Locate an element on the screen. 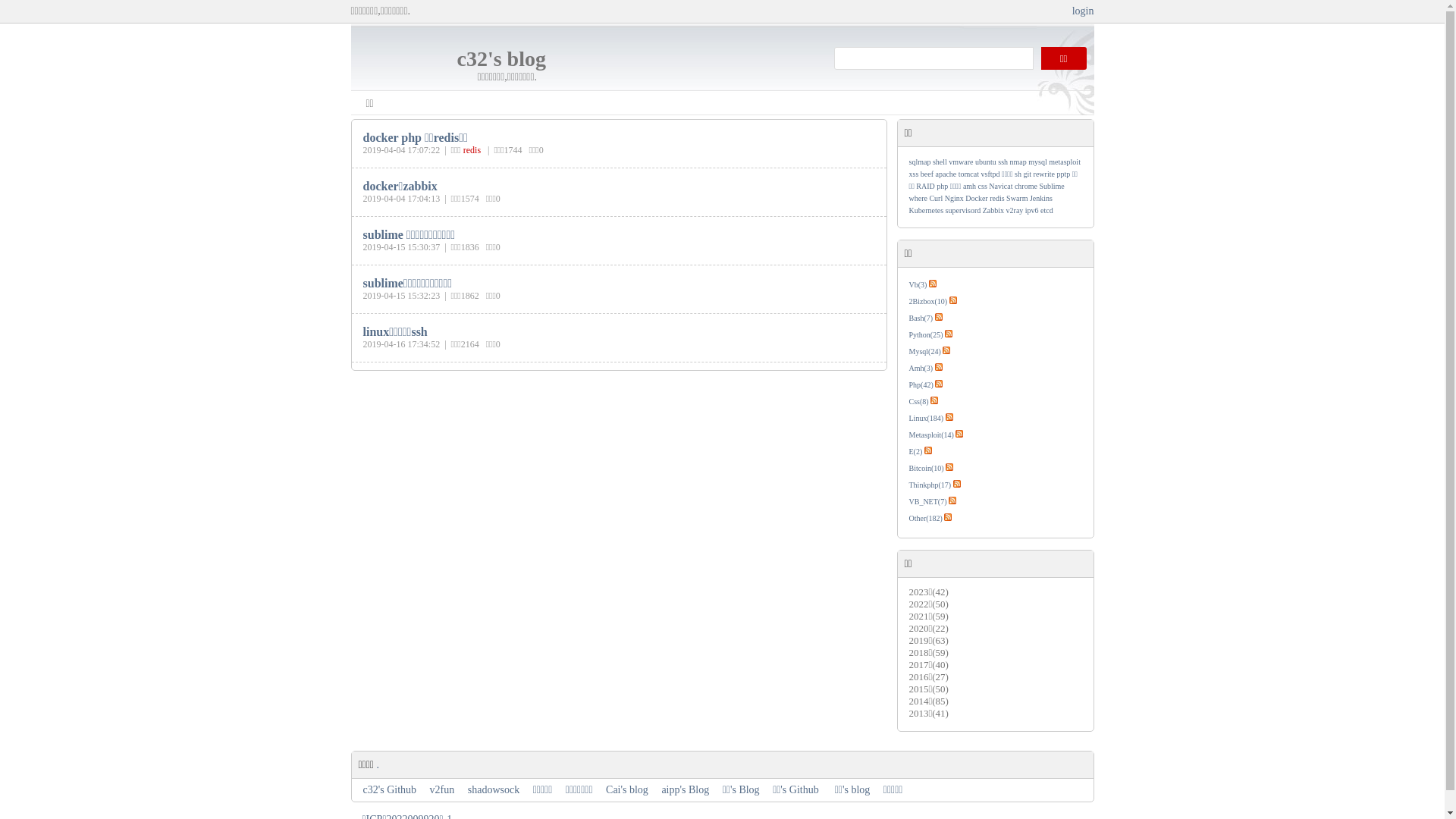 This screenshot has height=819, width=1456. 'shell' is located at coordinates (939, 162).